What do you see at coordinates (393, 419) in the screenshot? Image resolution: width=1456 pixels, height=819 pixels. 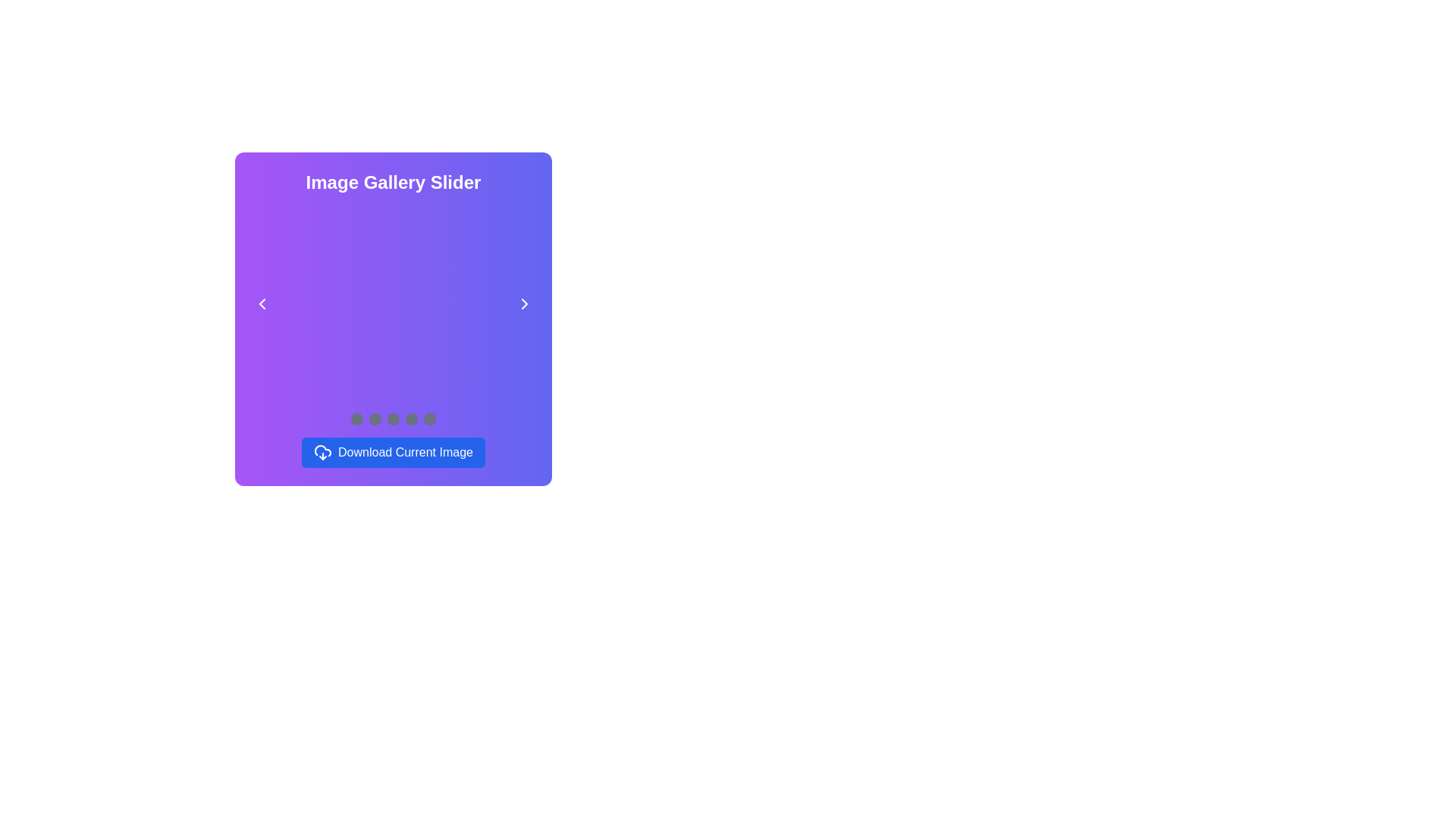 I see `the third circular pagination indicator, which is styled with a gray background and signifies an unselected state in a horizontal row of similar indicators` at bounding box center [393, 419].